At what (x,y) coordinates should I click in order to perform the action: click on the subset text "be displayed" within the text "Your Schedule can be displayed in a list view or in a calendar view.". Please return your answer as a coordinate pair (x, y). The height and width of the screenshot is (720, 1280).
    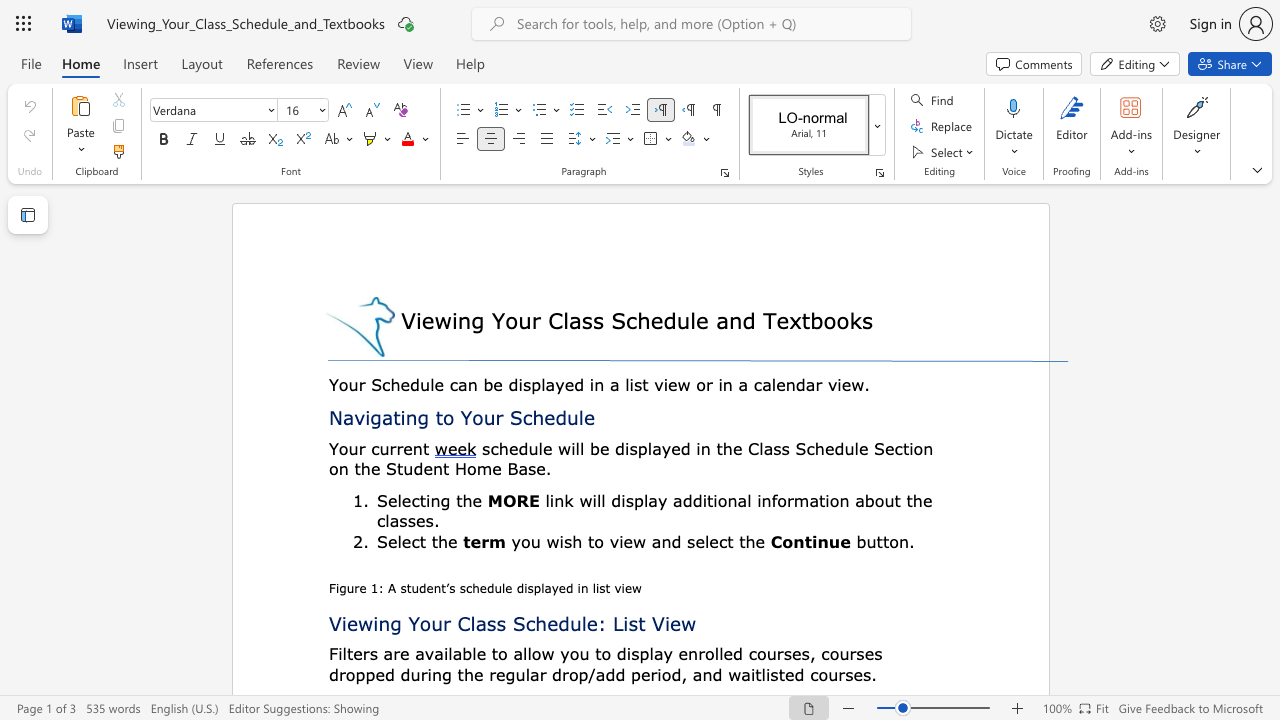
    Looking at the image, I should click on (483, 384).